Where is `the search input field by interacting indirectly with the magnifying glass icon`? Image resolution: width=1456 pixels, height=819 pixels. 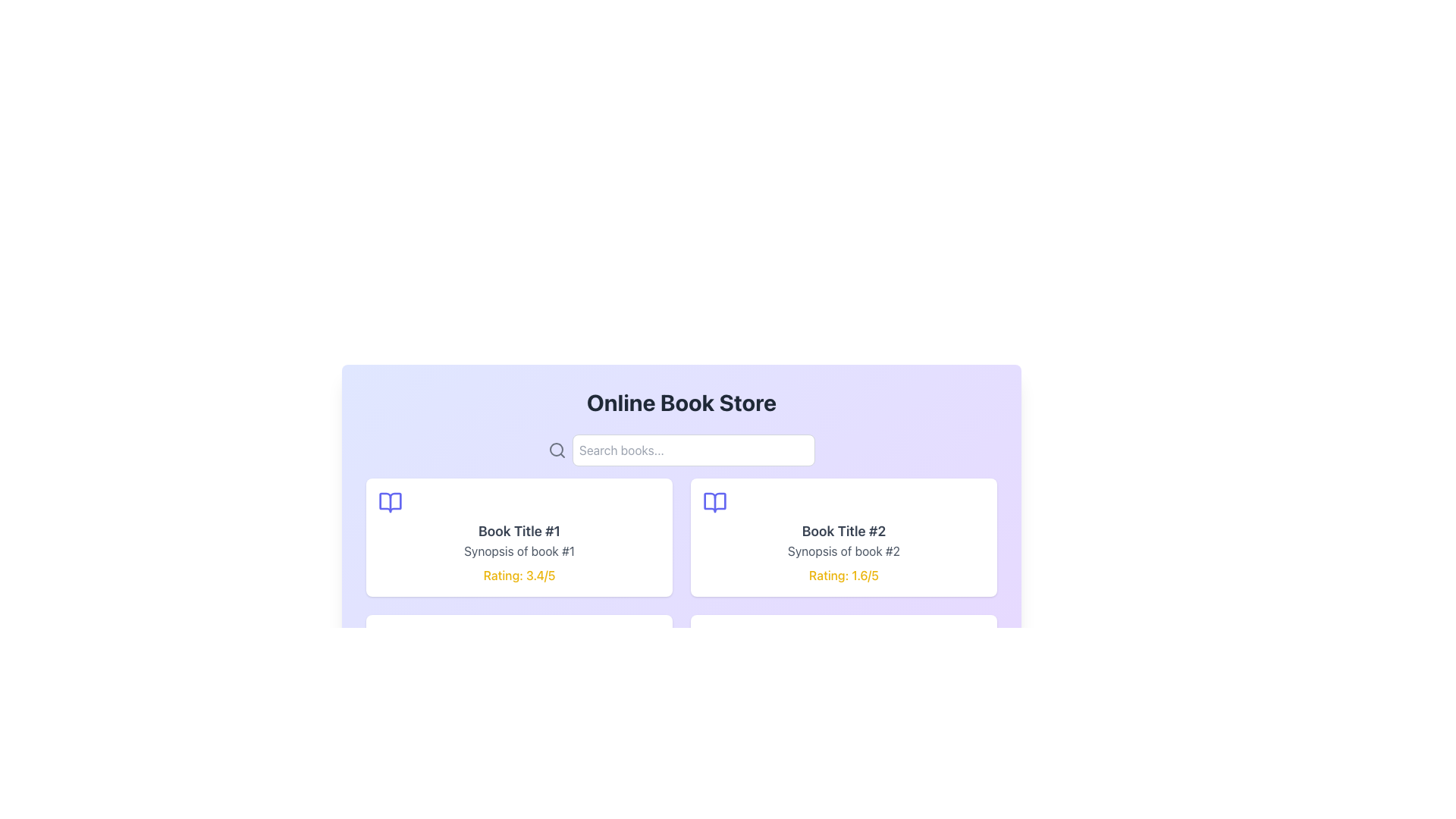
the search input field by interacting indirectly with the magnifying glass icon is located at coordinates (556, 450).